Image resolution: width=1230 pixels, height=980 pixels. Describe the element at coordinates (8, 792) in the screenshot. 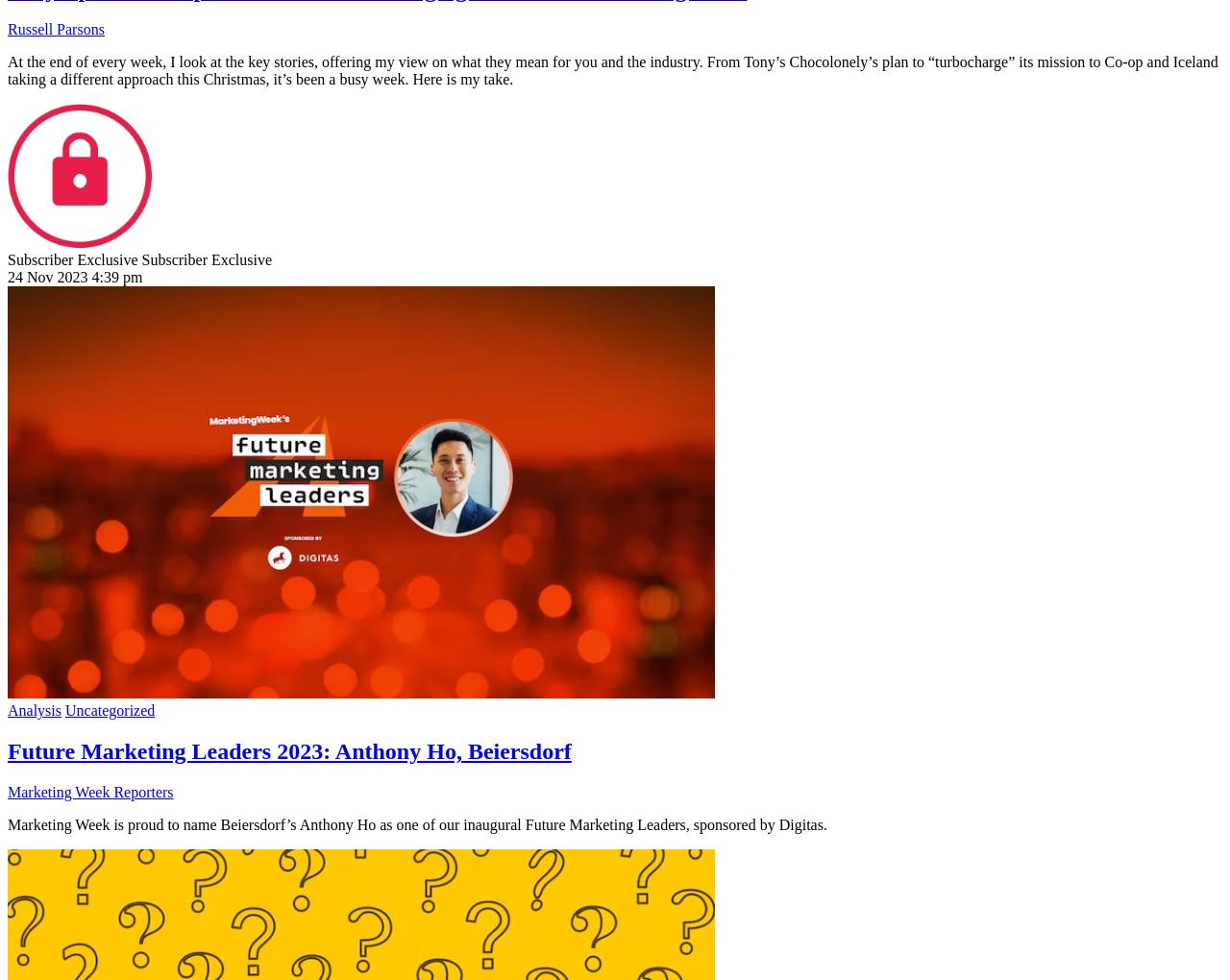

I see `'Marketing Week Reporters'` at that location.